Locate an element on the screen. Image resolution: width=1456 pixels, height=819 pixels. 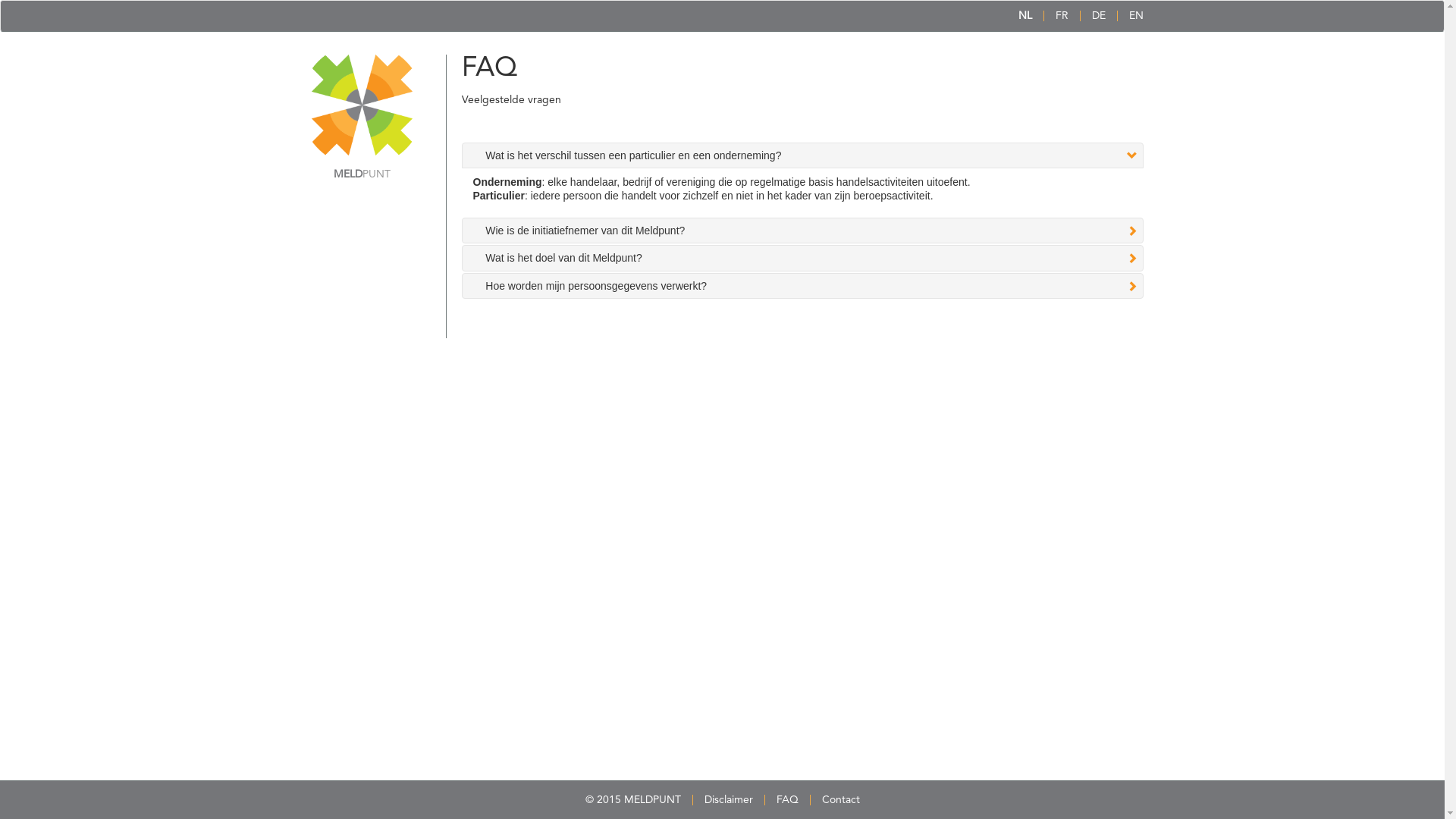
'EN' is located at coordinates (1135, 15).